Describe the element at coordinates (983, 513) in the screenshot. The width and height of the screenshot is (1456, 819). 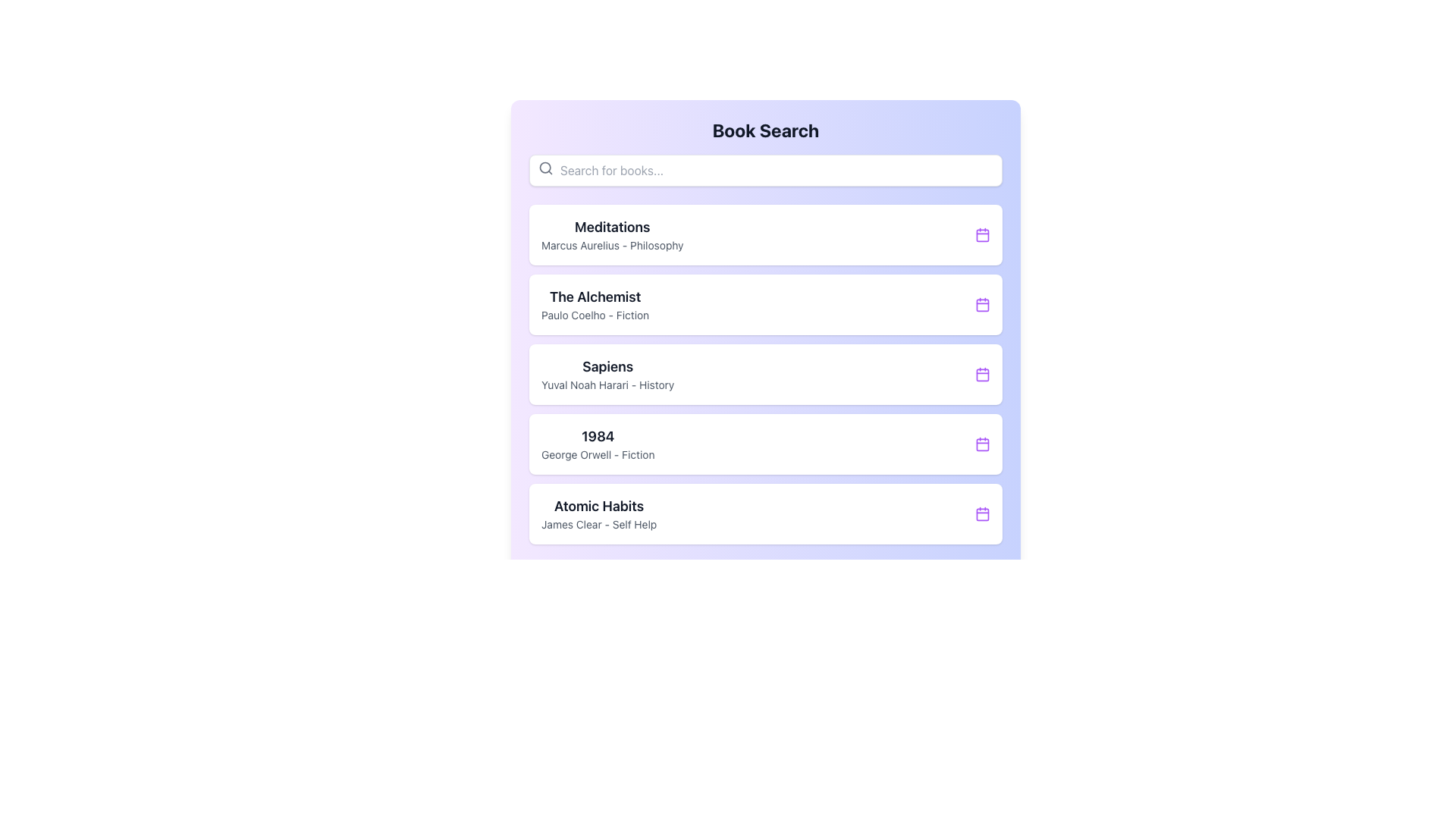
I see `the purple calendar icon located to the right of the text 'Atomic Habits James Clear - Self Help' in the book details section` at that location.